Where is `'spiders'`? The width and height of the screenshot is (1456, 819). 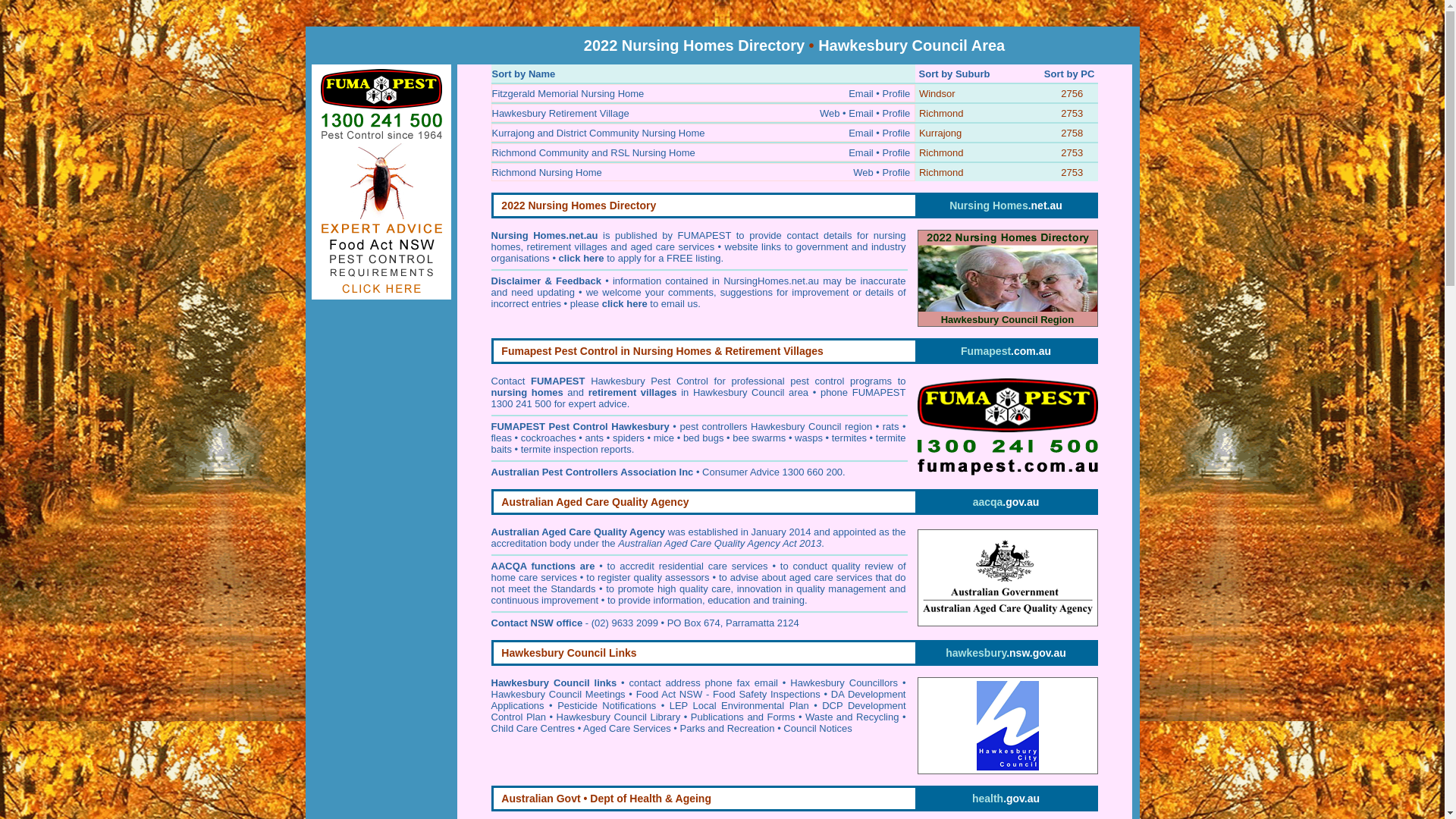
'spiders' is located at coordinates (629, 438).